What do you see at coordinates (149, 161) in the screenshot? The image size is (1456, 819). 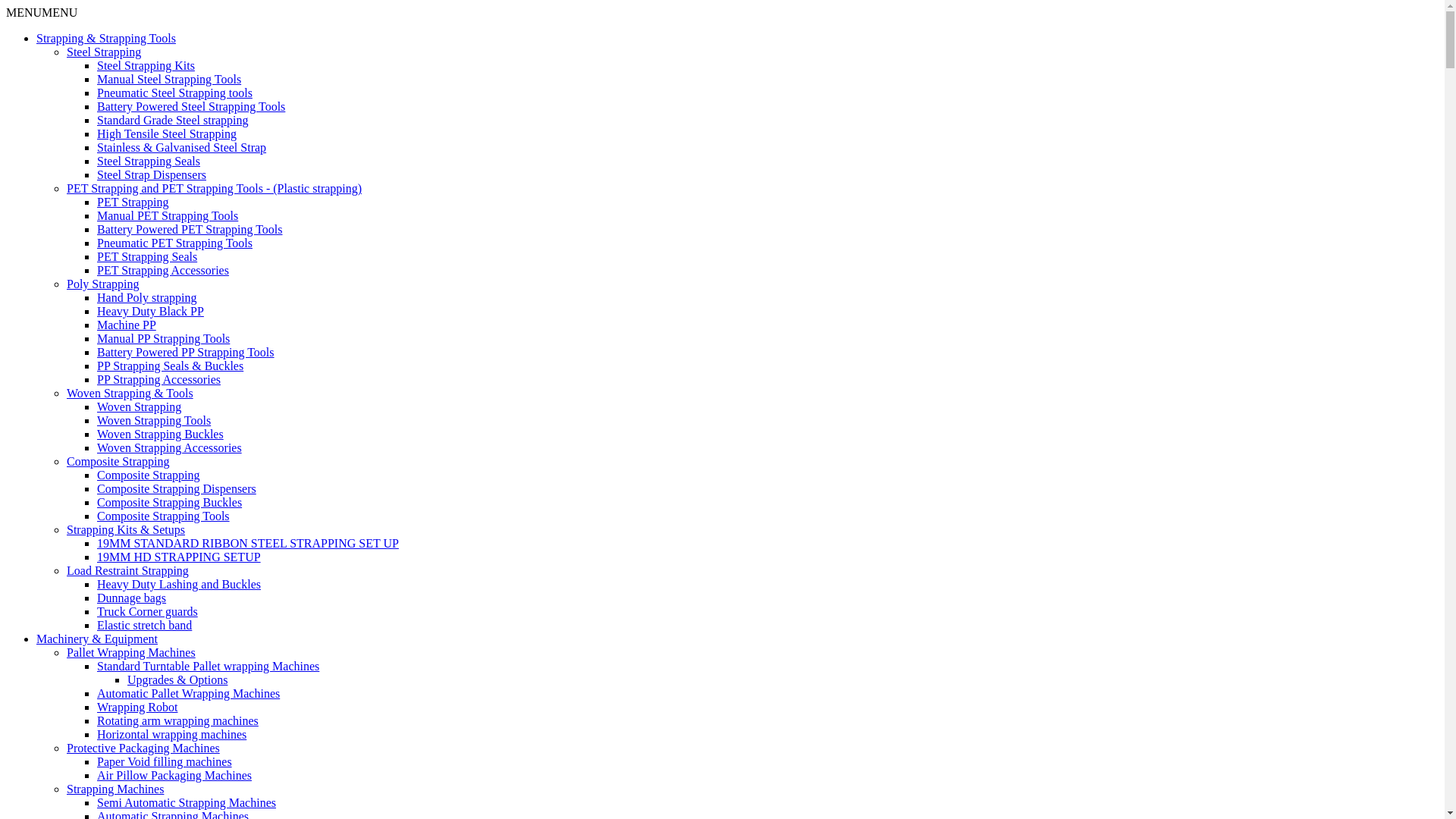 I see `'Steel Strapping Seals'` at bounding box center [149, 161].